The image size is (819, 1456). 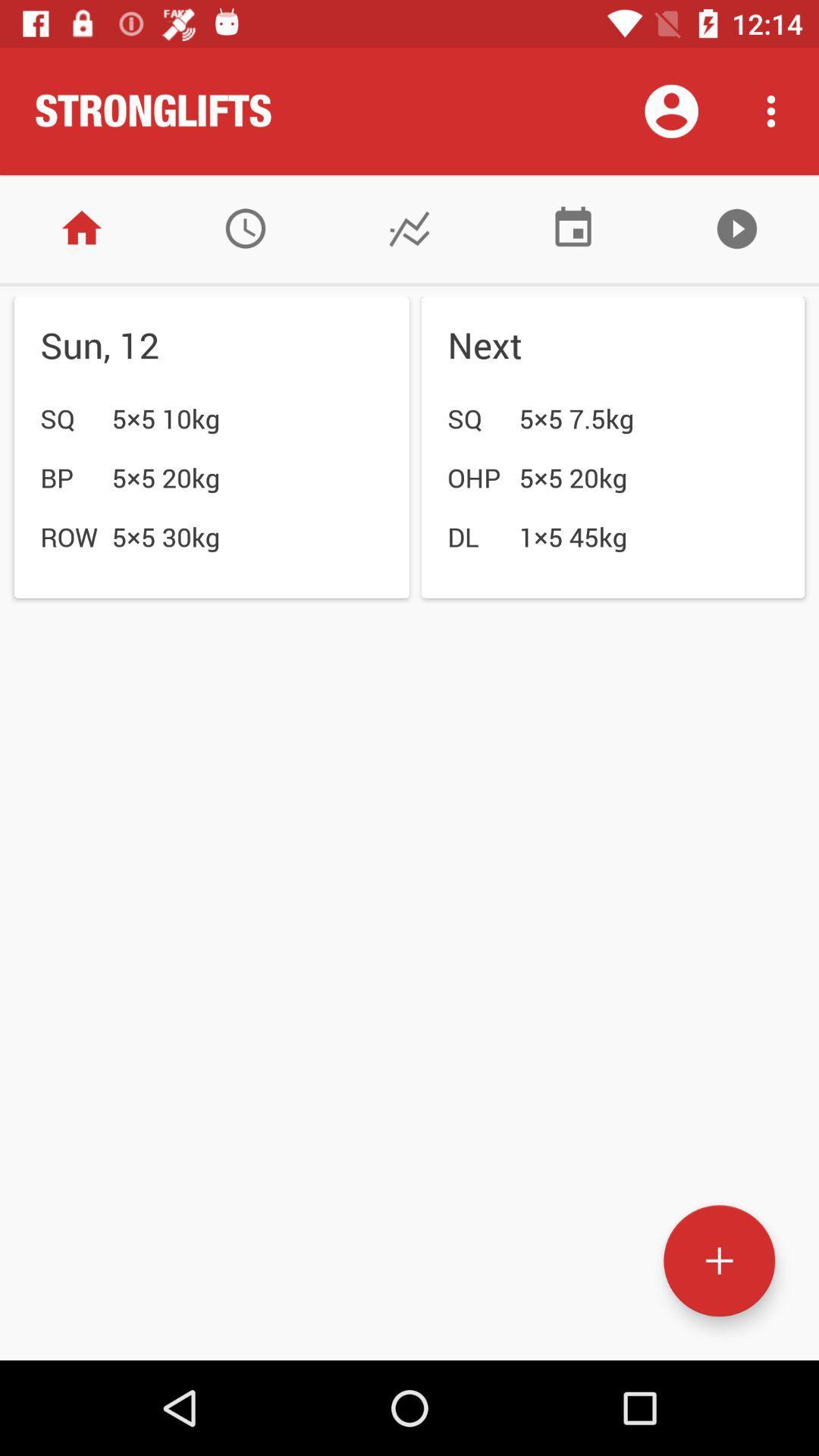 I want to click on go home, so click(x=82, y=227).